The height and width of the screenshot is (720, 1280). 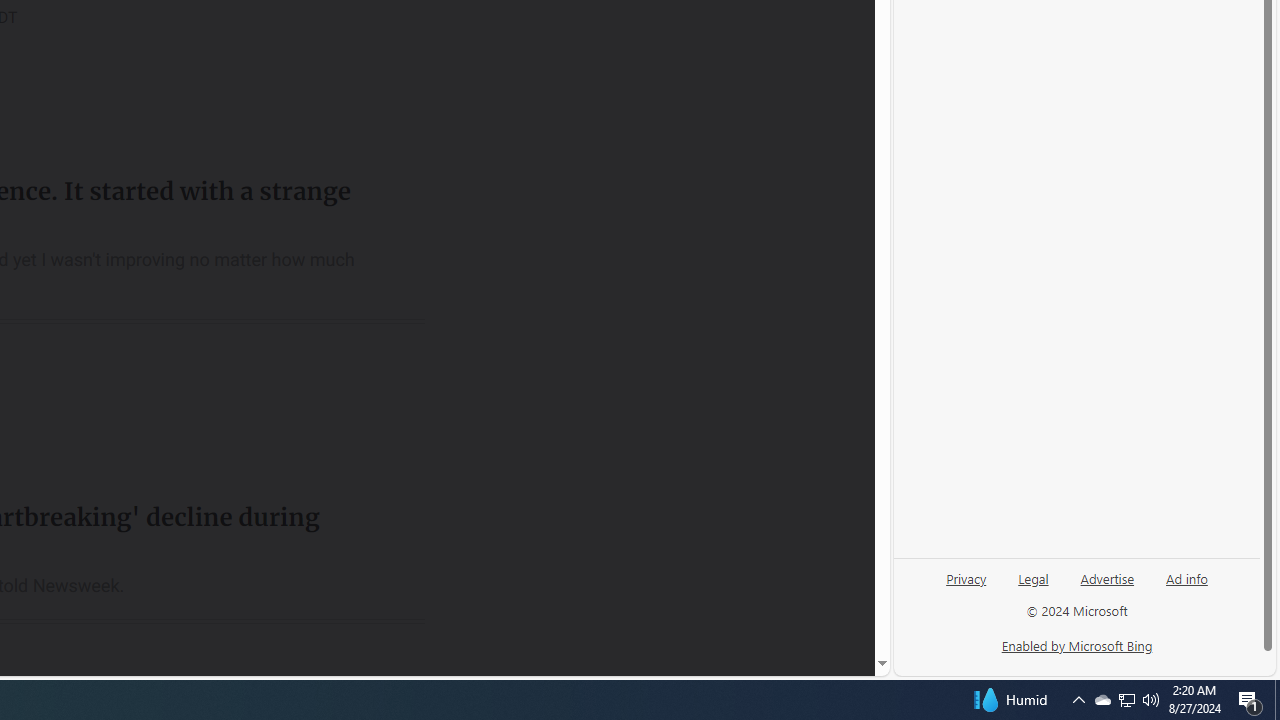 I want to click on 'Advertise', so click(x=1106, y=577).